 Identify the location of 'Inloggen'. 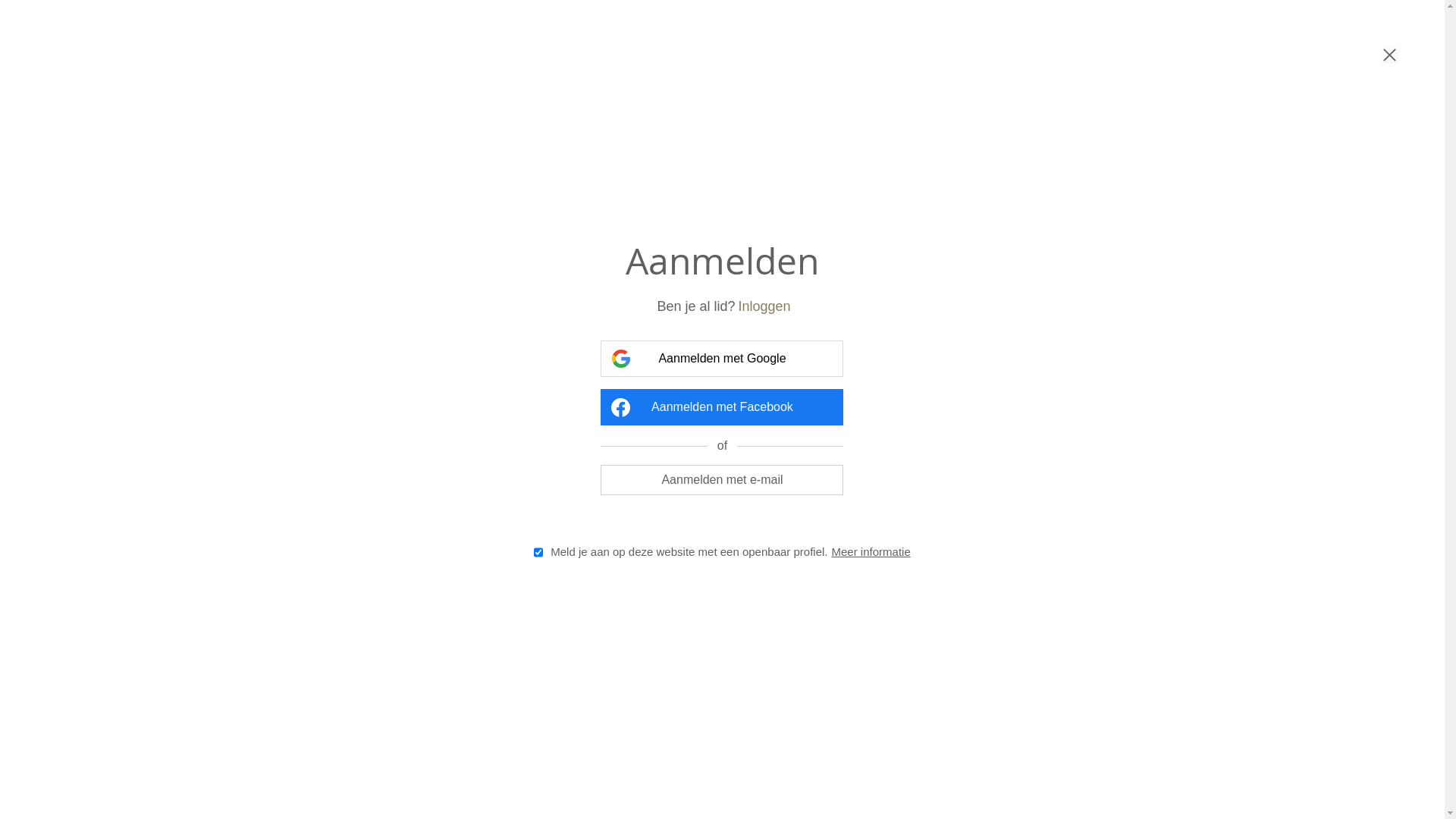
(738, 306).